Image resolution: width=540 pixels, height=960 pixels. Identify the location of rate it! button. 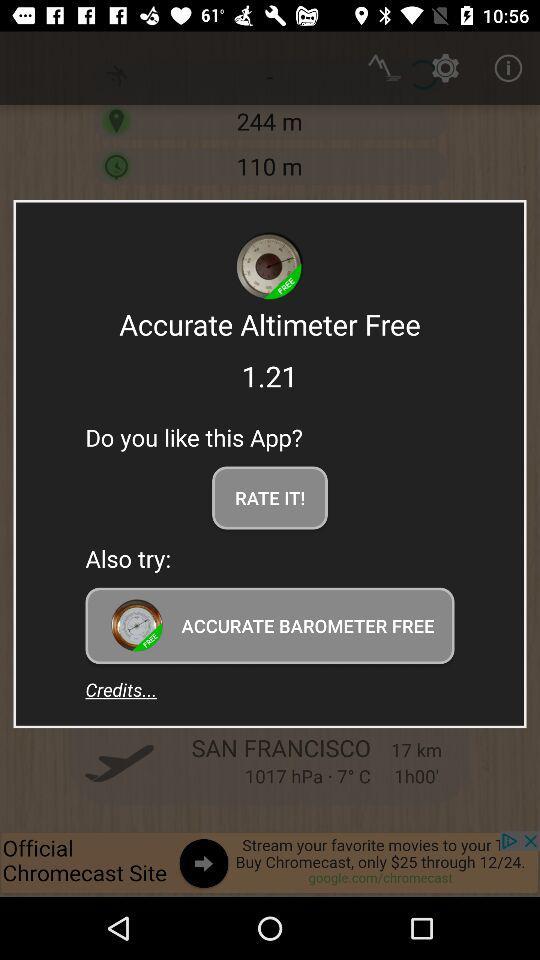
(270, 496).